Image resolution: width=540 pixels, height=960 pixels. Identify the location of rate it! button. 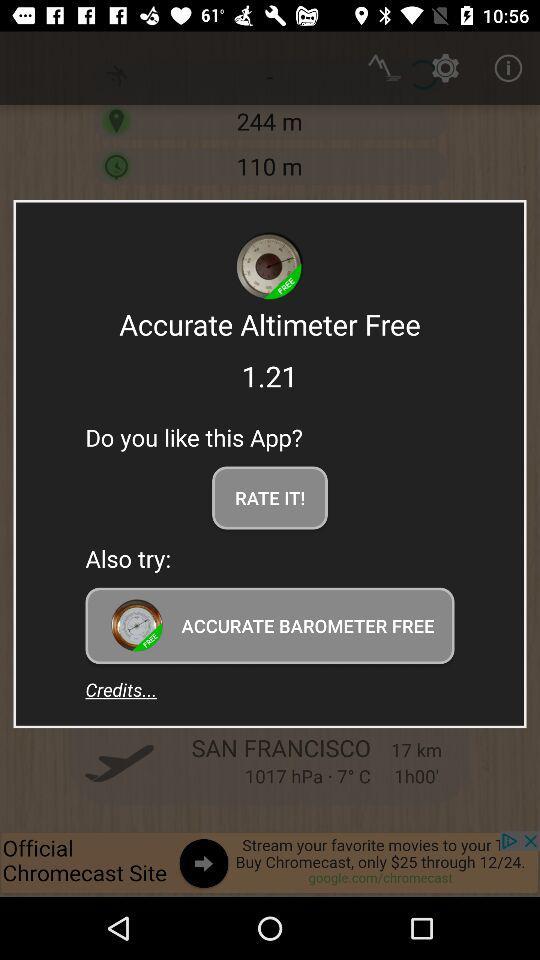
(270, 496).